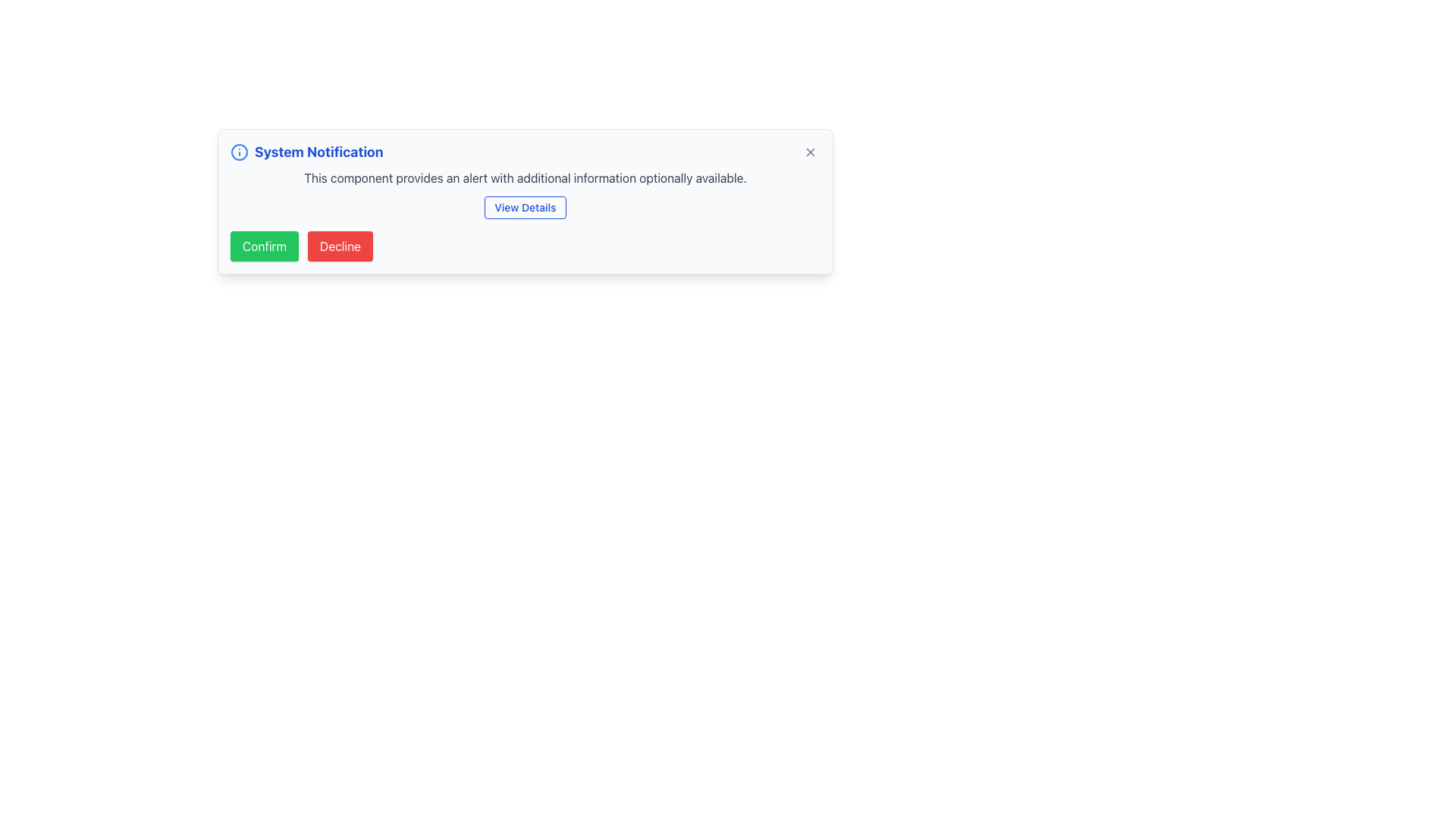 This screenshot has width=1456, height=819. What do you see at coordinates (339, 245) in the screenshot?
I see `the red 'Decline' button with white text` at bounding box center [339, 245].